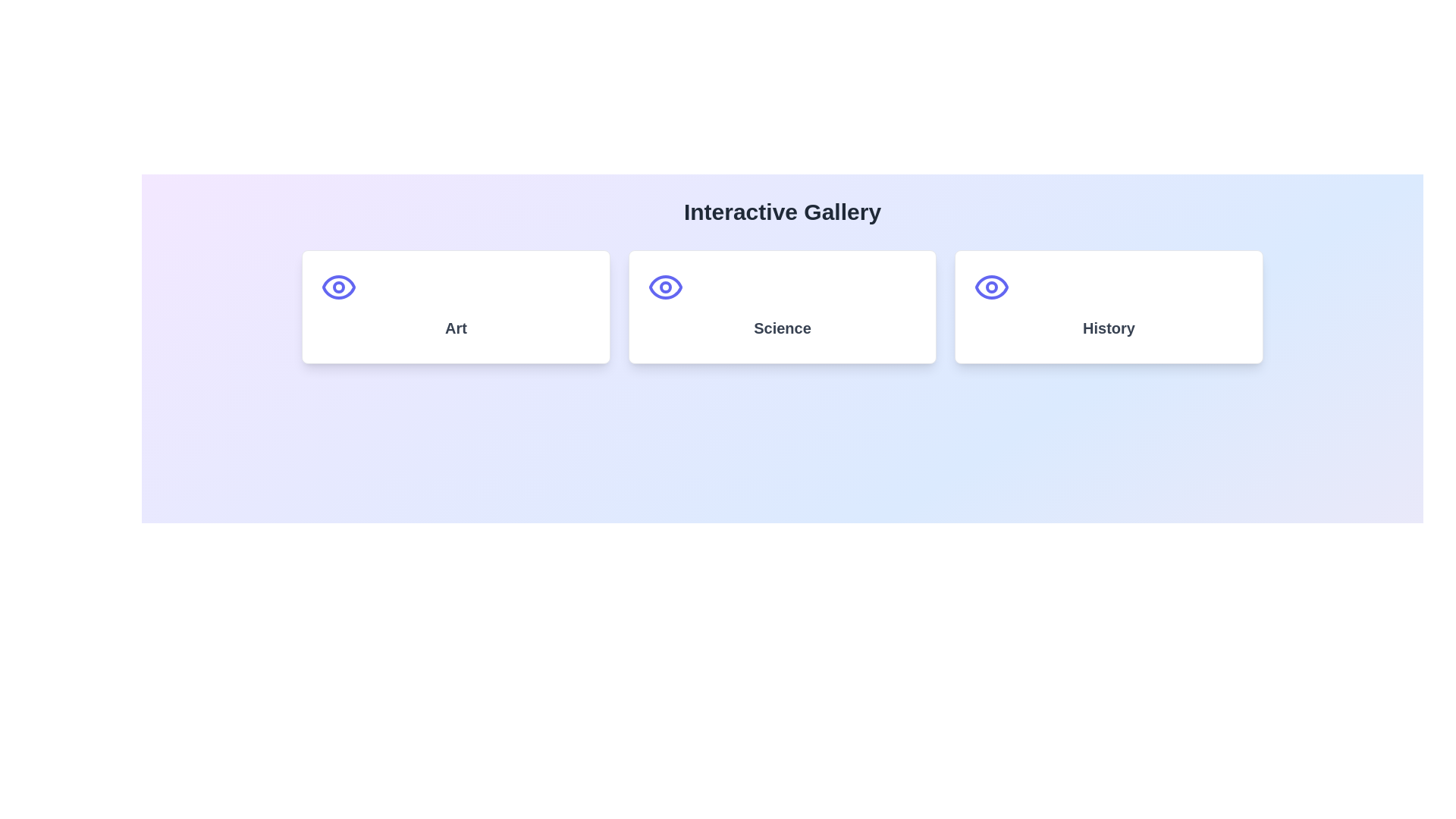 Image resolution: width=1456 pixels, height=819 pixels. Describe the element at coordinates (783, 327) in the screenshot. I see `the text heading labeled 'Science', which is styled in a larger bold font, gray color, and positioned centrally within a white rectangular card with rounded corners` at that location.